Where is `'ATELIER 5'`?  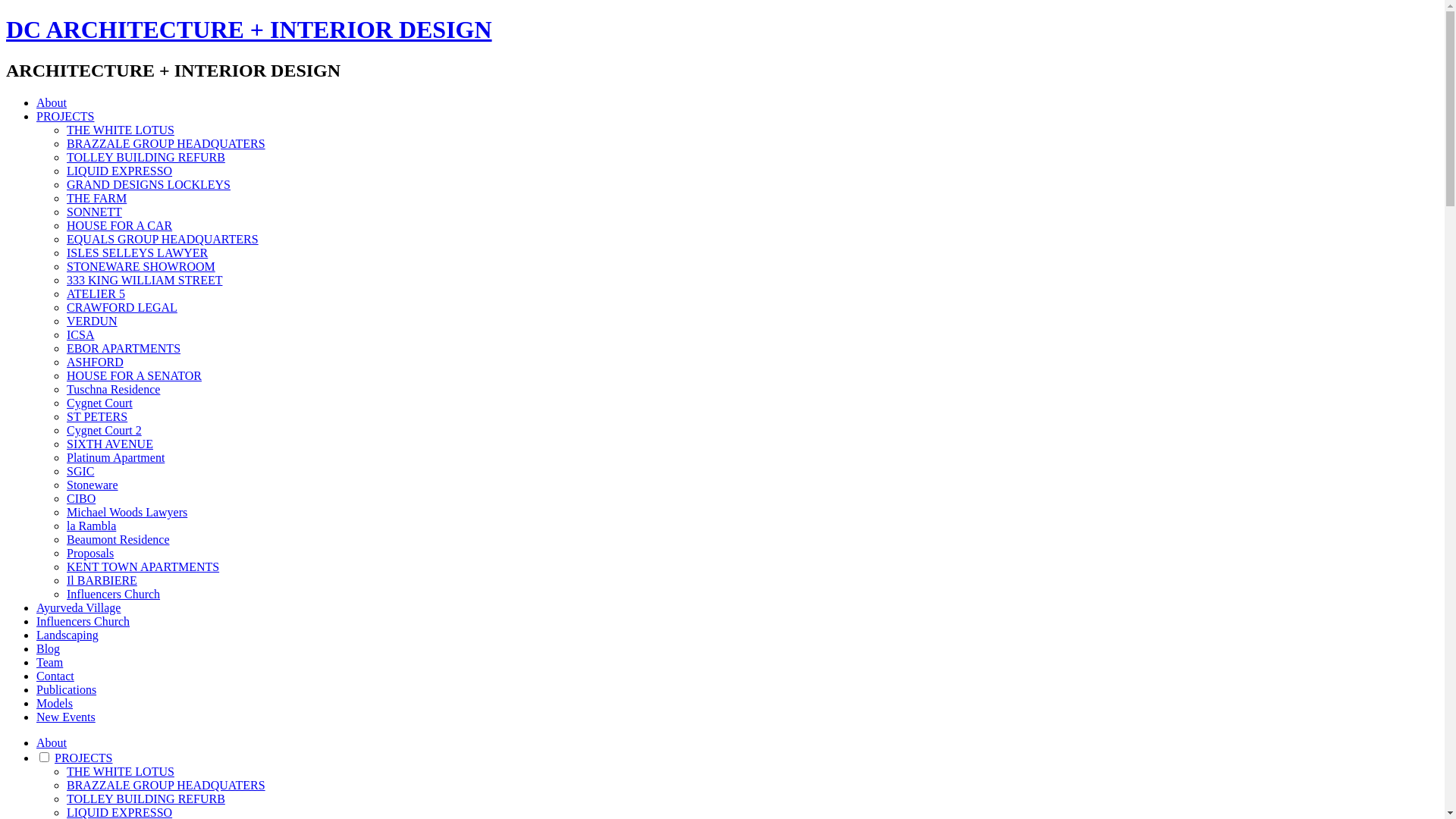
'ATELIER 5' is located at coordinates (95, 293).